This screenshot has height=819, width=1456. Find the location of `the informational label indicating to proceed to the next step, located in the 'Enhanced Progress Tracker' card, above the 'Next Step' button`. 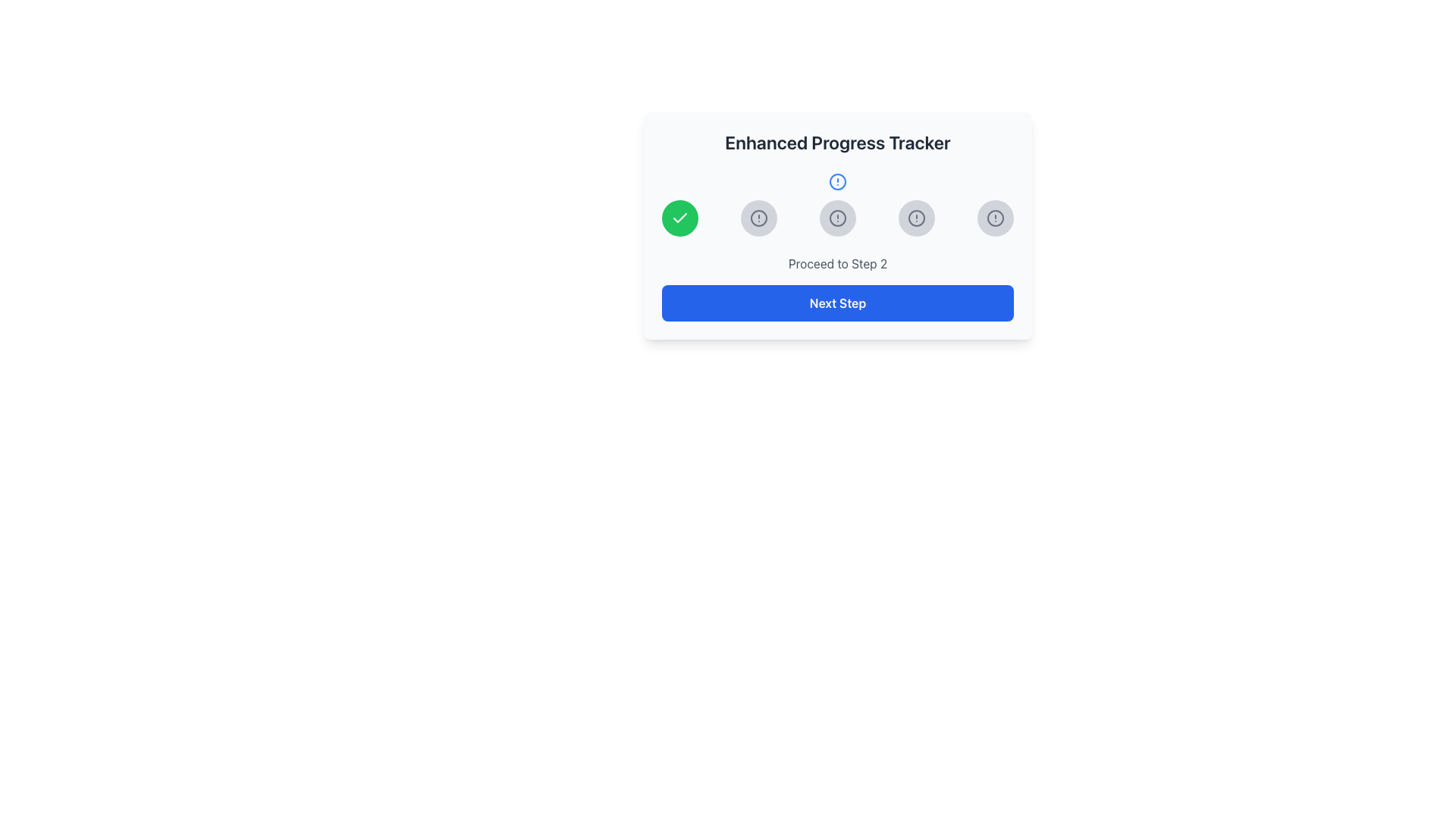

the informational label indicating to proceed to the next step, located in the 'Enhanced Progress Tracker' card, above the 'Next Step' button is located at coordinates (836, 262).